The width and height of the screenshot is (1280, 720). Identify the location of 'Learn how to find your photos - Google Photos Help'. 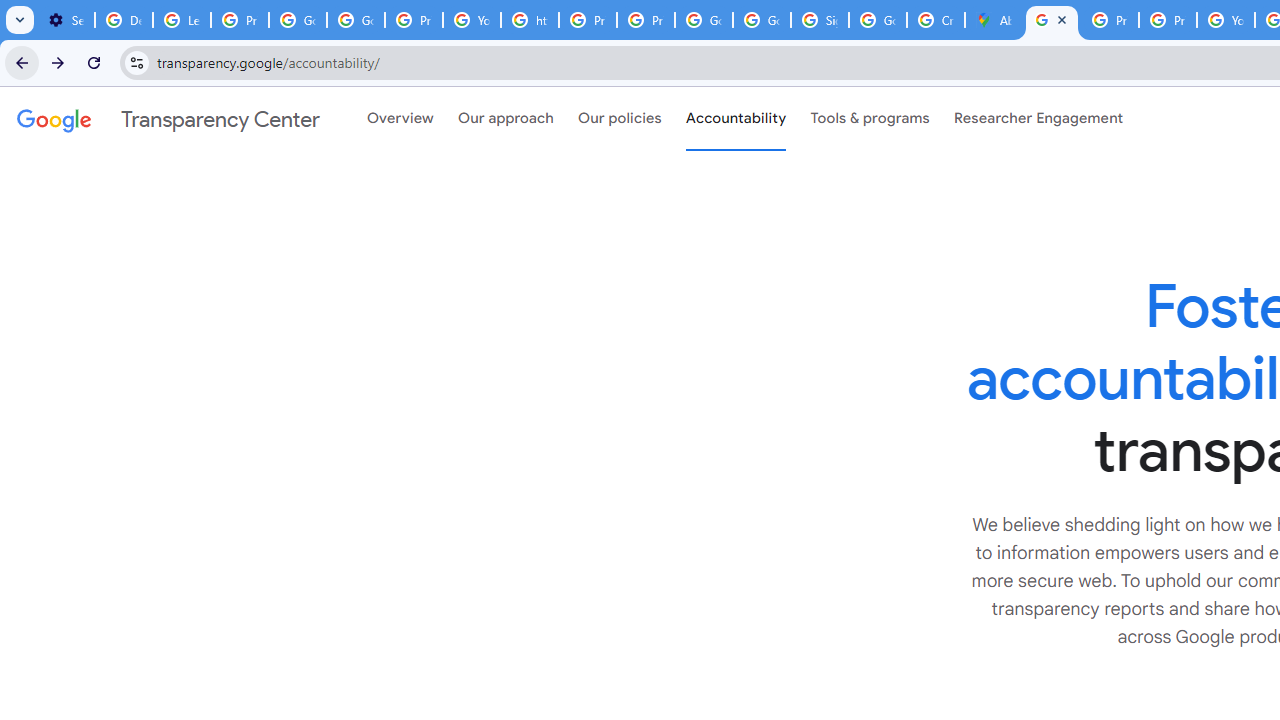
(181, 20).